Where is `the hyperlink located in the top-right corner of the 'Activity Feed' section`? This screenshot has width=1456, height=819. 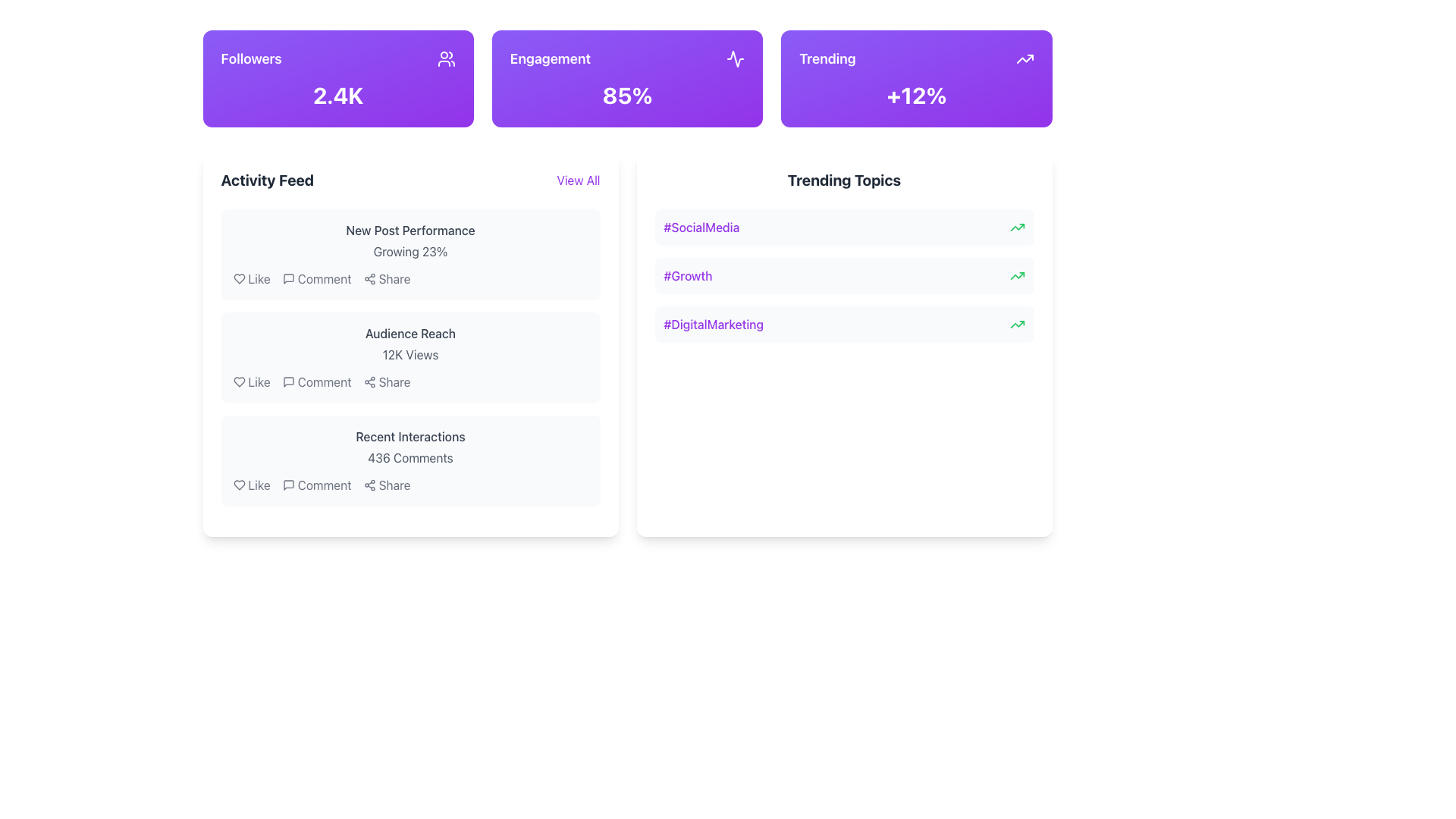
the hyperlink located in the top-right corner of the 'Activity Feed' section is located at coordinates (578, 180).